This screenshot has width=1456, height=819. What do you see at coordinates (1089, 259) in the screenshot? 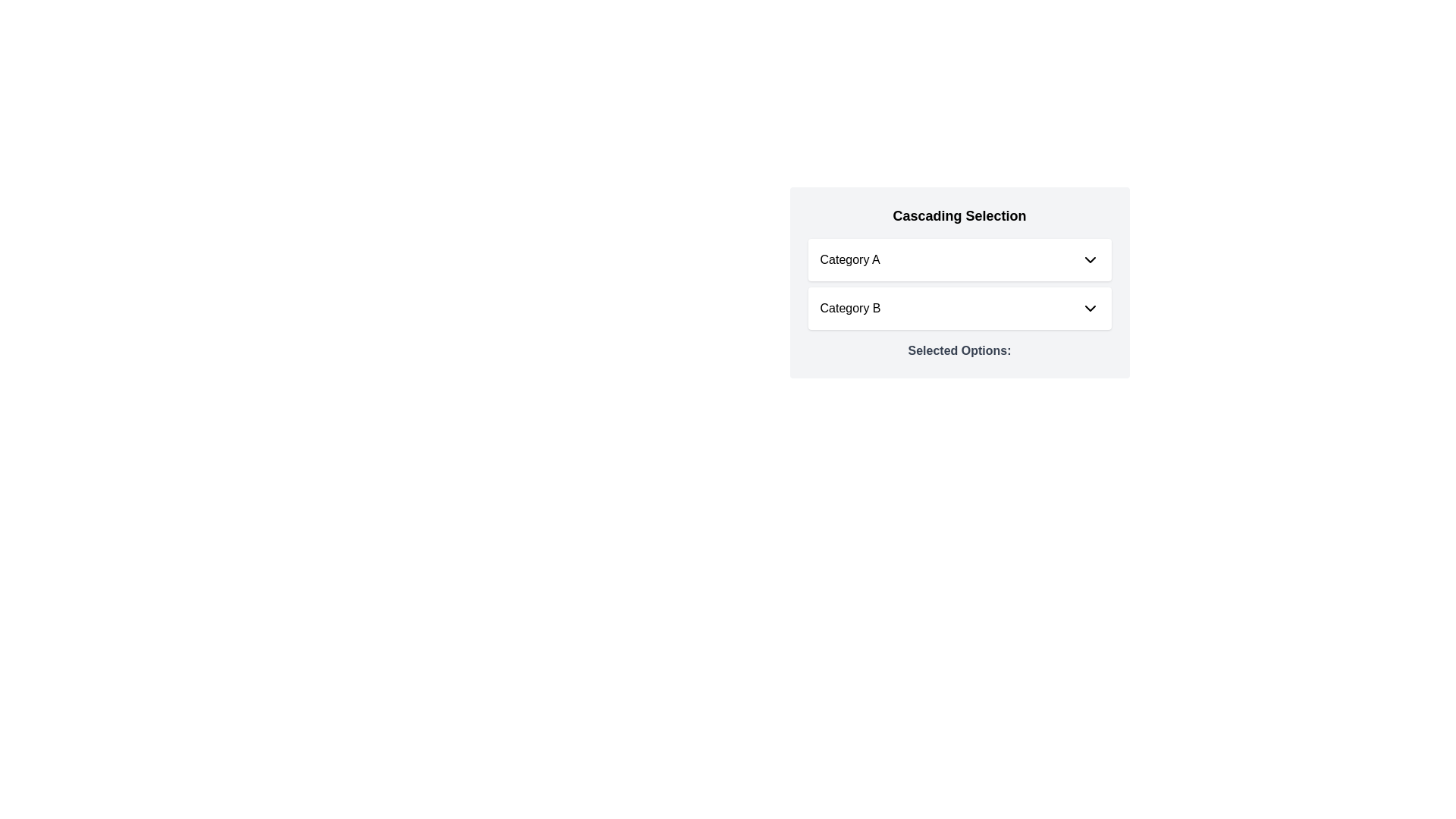
I see `the dropdown indicator icon (chevron)` at bounding box center [1089, 259].